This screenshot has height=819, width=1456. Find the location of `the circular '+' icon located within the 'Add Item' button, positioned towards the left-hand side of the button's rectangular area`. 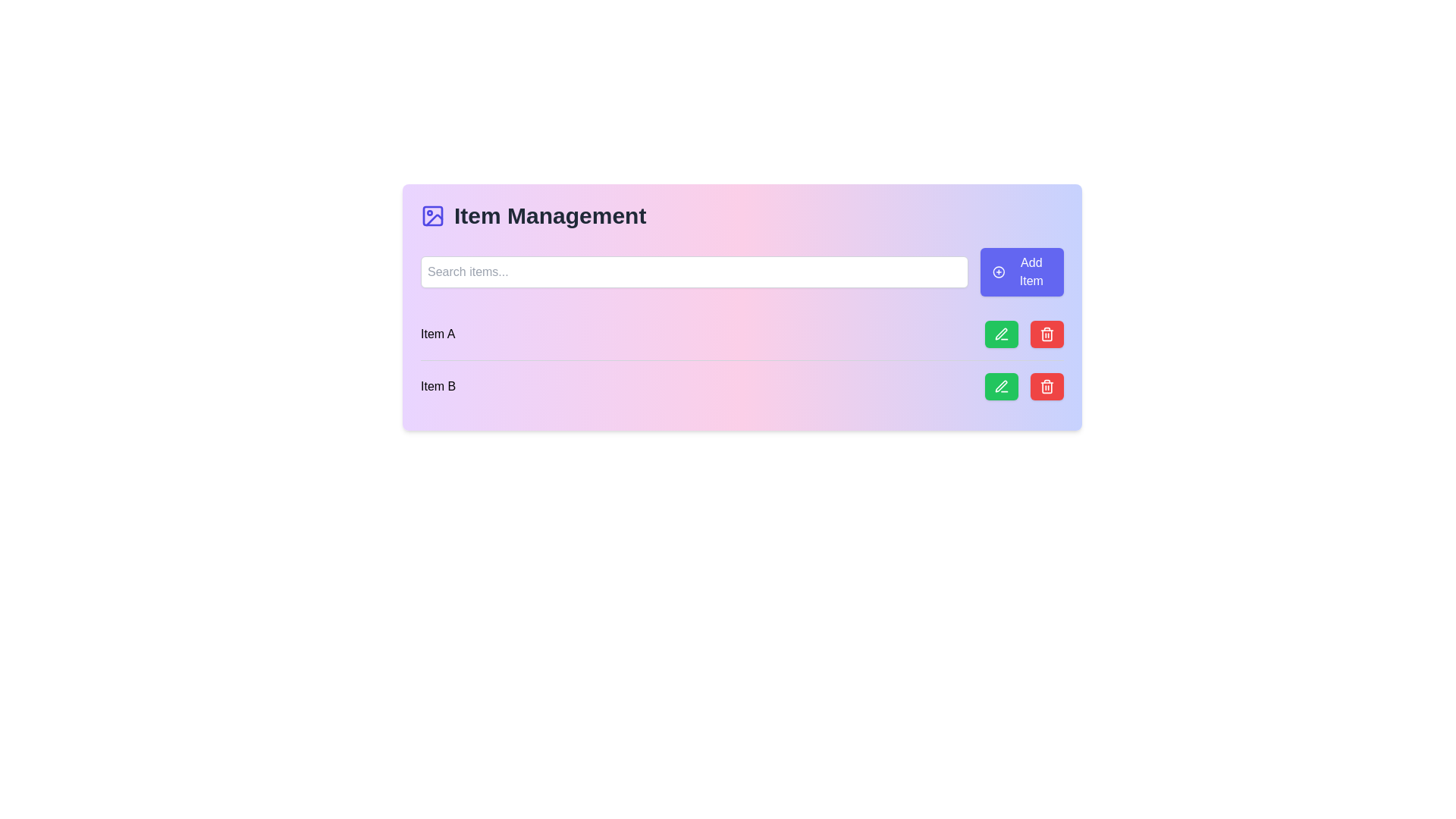

the circular '+' icon located within the 'Add Item' button, positioned towards the left-hand side of the button's rectangular area is located at coordinates (999, 271).